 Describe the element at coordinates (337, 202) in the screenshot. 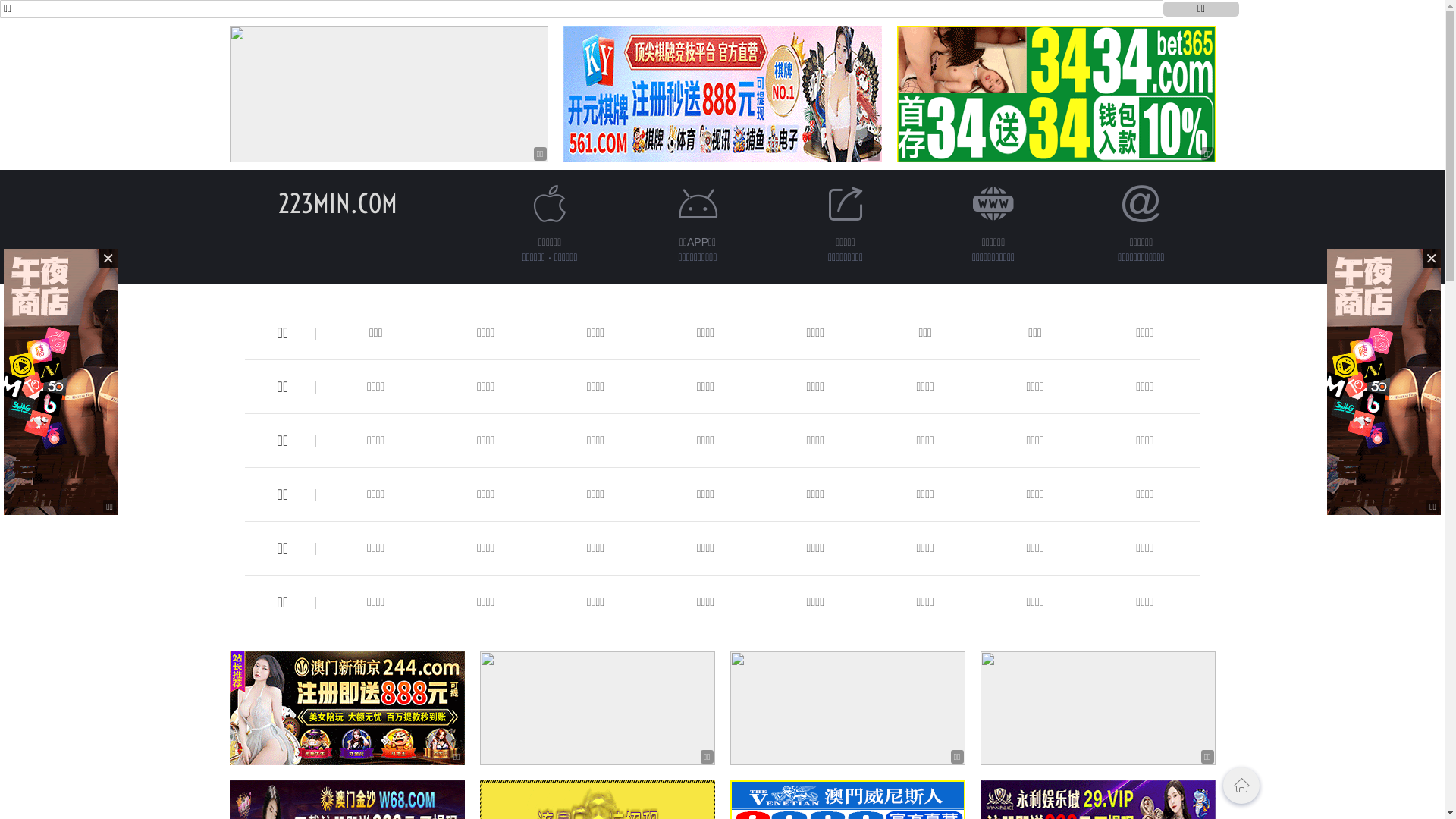

I see `'223MIN.COM'` at that location.